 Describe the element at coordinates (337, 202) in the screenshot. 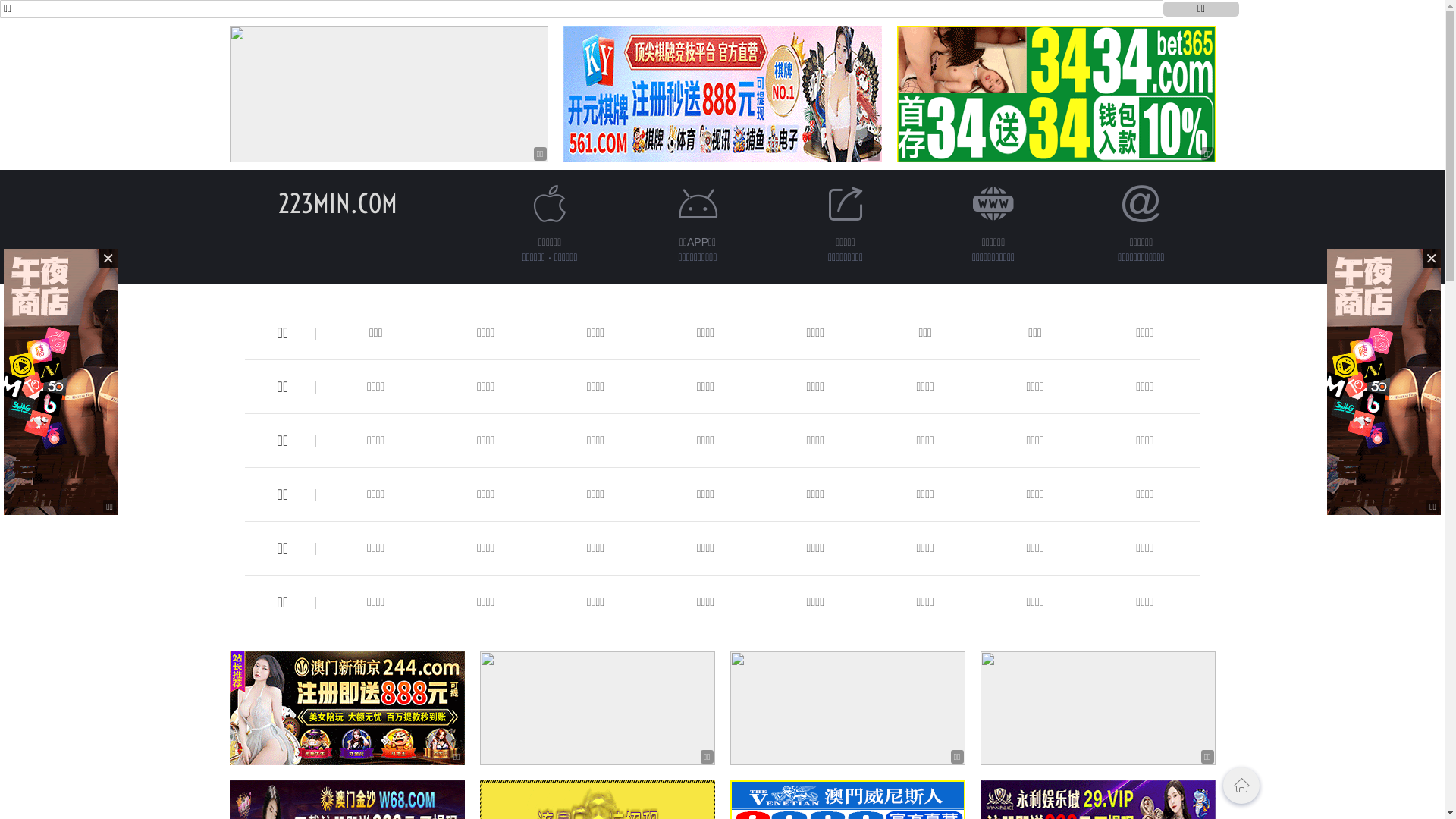

I see `'223MIN.COM'` at that location.